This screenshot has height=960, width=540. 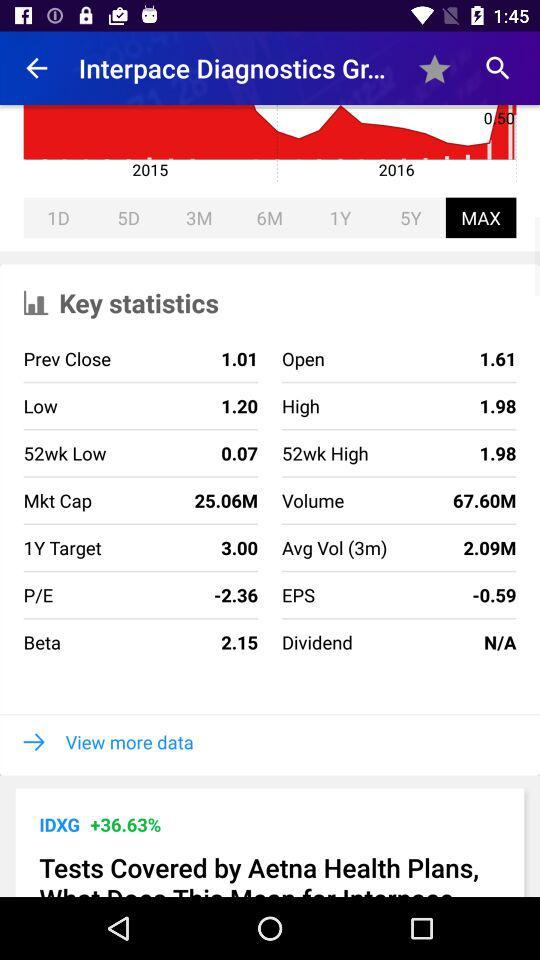 I want to click on icon next to the 1y target, so click(x=179, y=547).